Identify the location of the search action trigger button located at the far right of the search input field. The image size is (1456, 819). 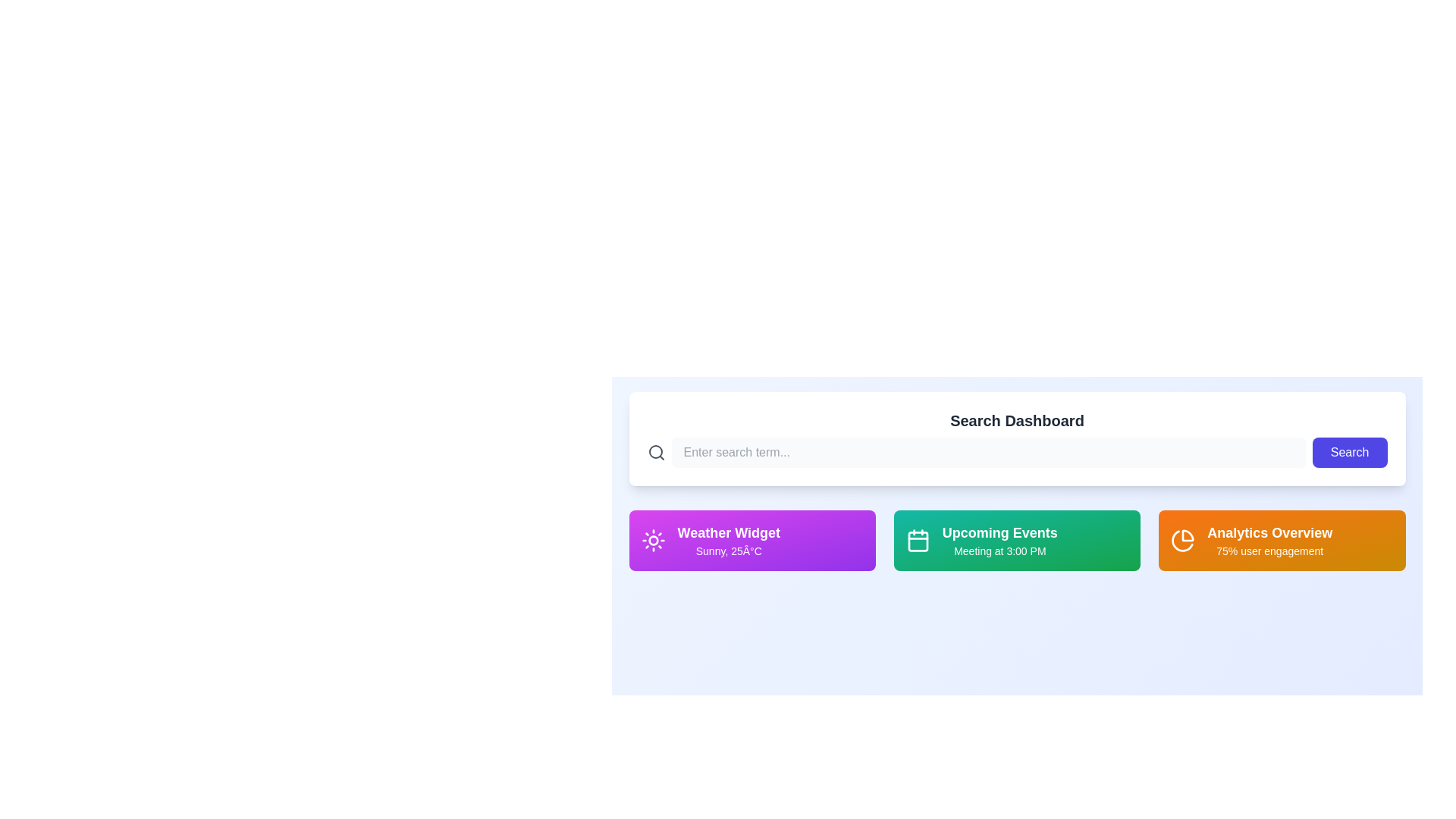
(1350, 452).